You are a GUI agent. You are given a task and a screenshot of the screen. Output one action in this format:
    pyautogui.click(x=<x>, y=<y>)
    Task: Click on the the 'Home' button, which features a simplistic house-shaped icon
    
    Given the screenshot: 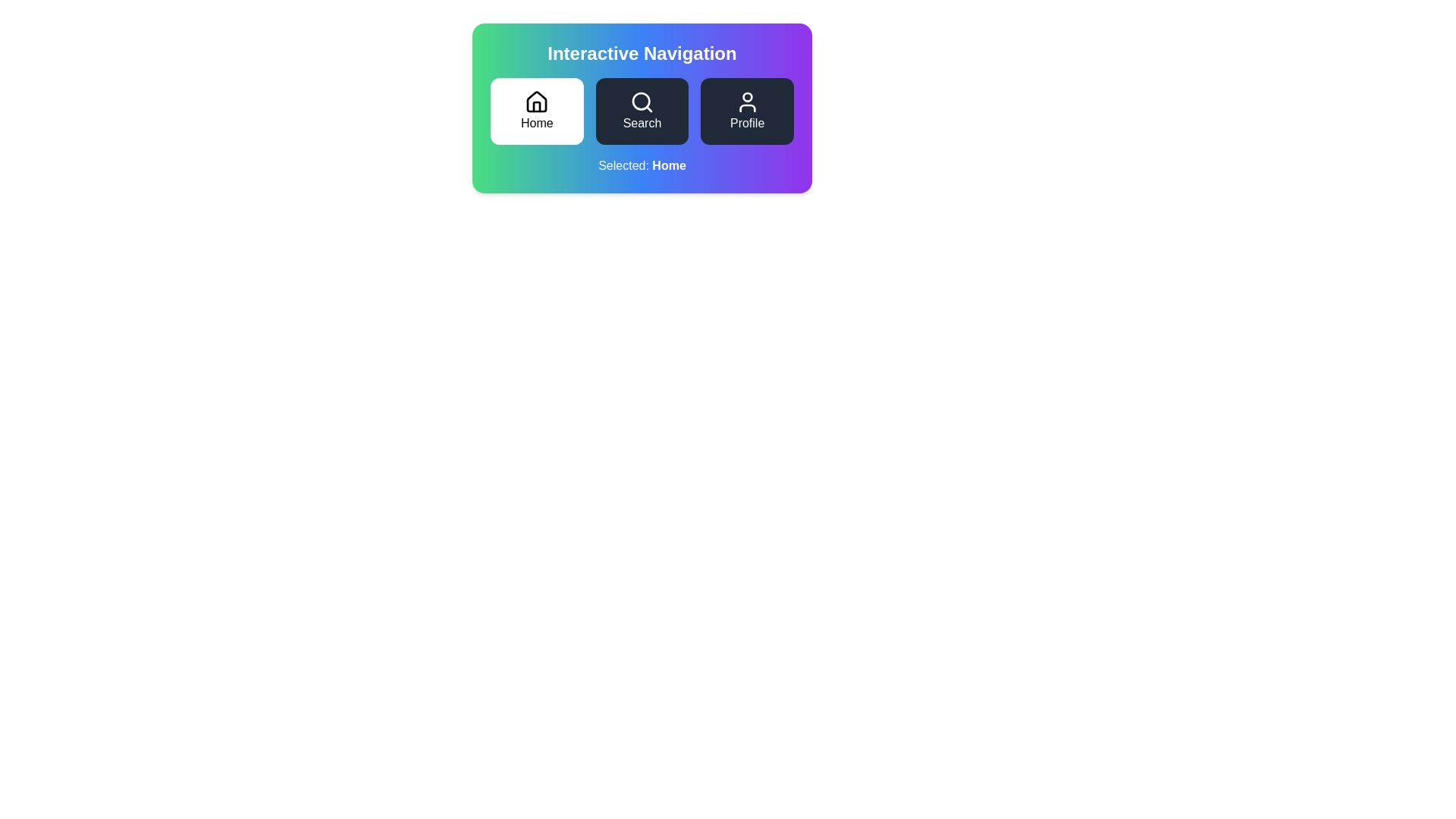 What is the action you would take?
    pyautogui.click(x=537, y=102)
    